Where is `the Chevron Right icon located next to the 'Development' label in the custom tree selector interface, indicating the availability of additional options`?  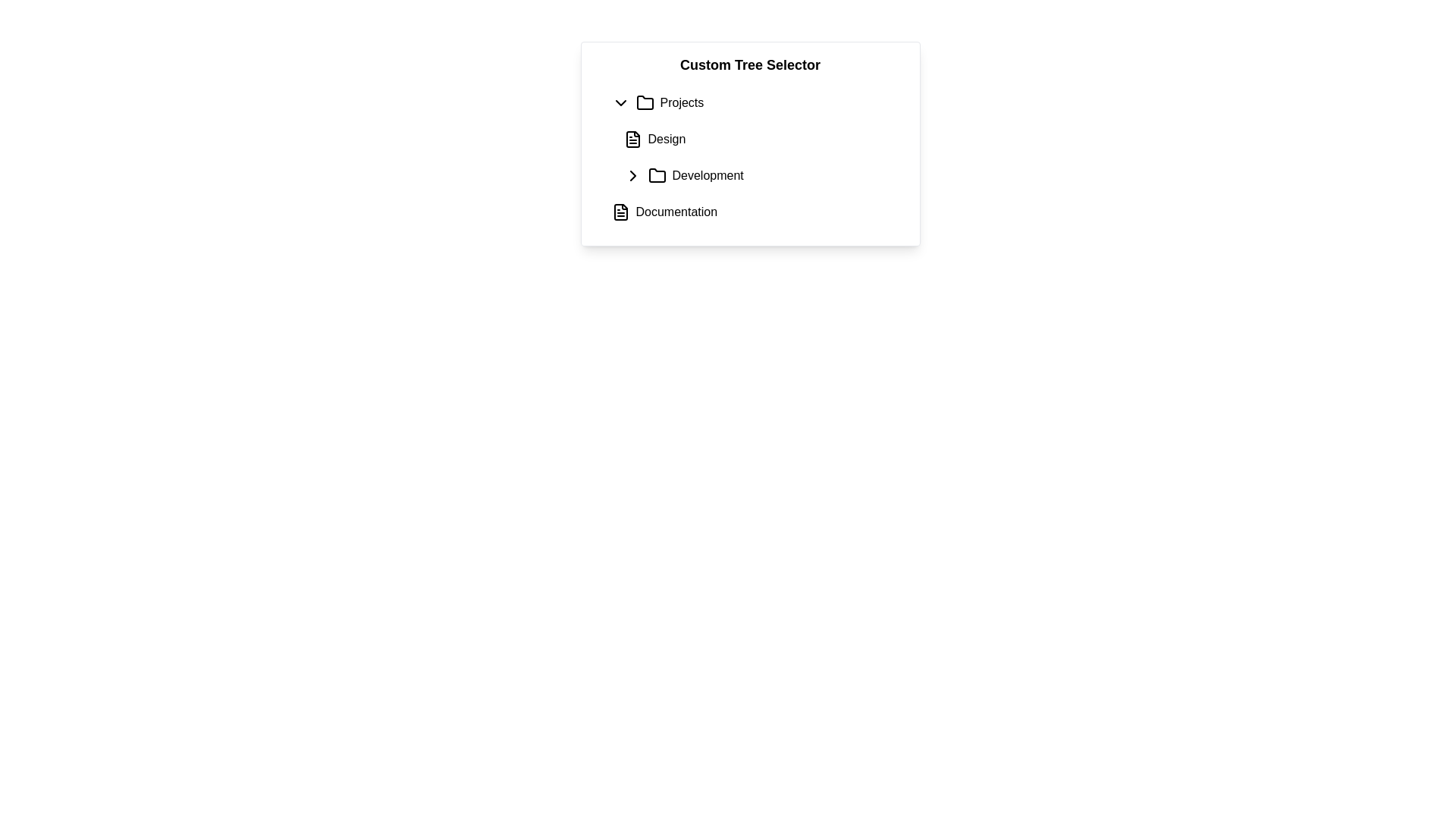 the Chevron Right icon located next to the 'Development' label in the custom tree selector interface, indicating the availability of additional options is located at coordinates (632, 174).